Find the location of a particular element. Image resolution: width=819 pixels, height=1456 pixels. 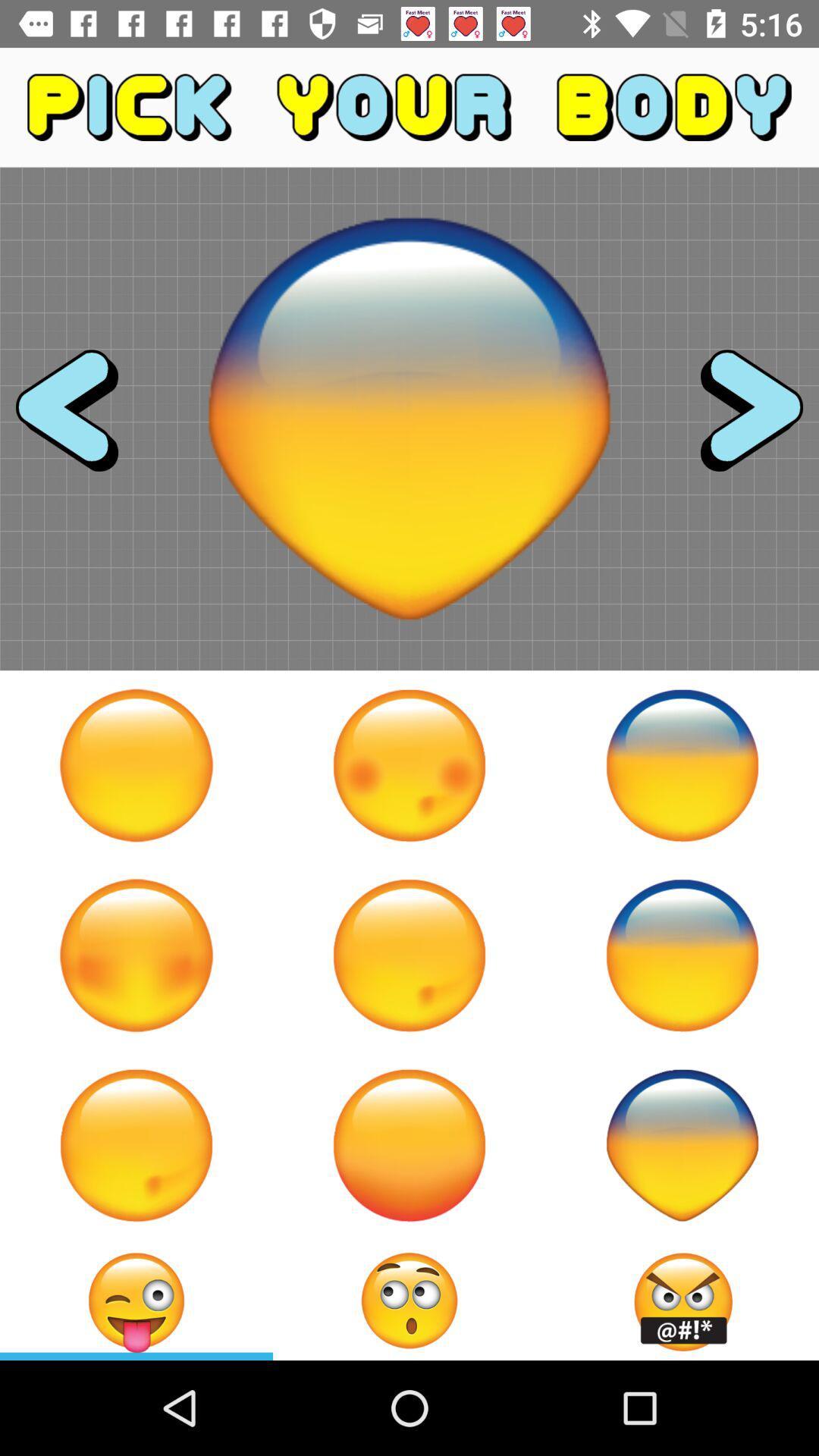

pick you body click first image is located at coordinates (136, 765).